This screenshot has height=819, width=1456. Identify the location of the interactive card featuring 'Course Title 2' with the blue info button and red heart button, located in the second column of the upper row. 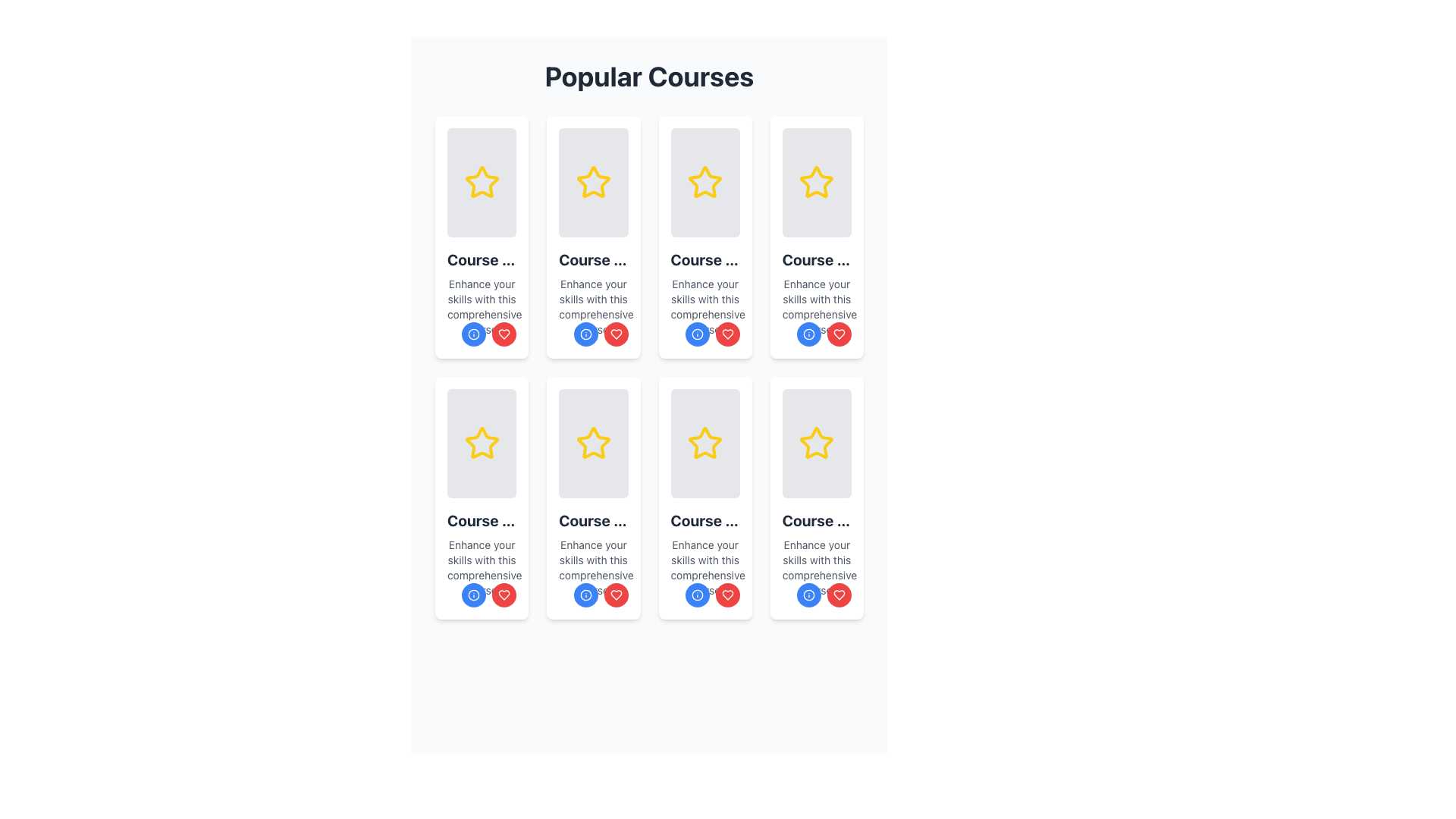
(592, 237).